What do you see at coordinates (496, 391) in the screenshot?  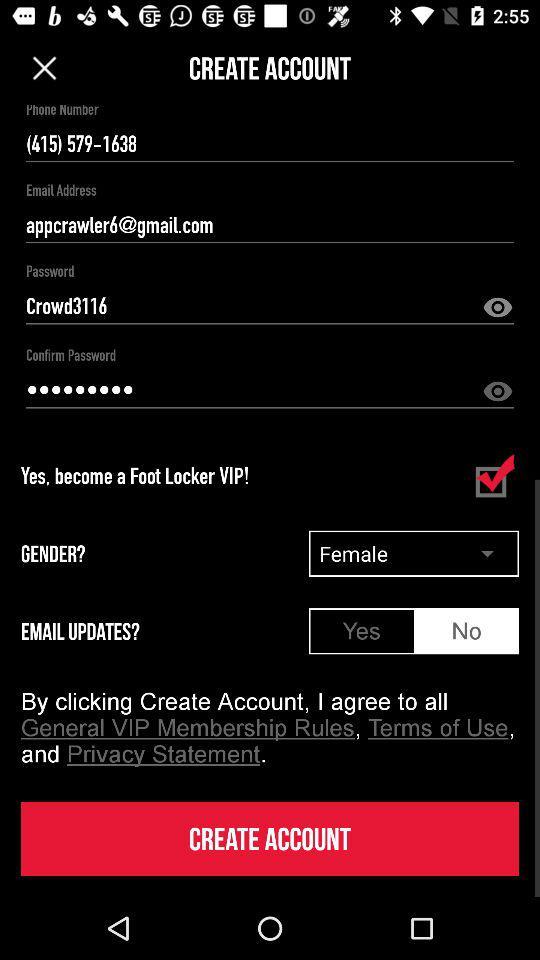 I see `the visibility icon` at bounding box center [496, 391].